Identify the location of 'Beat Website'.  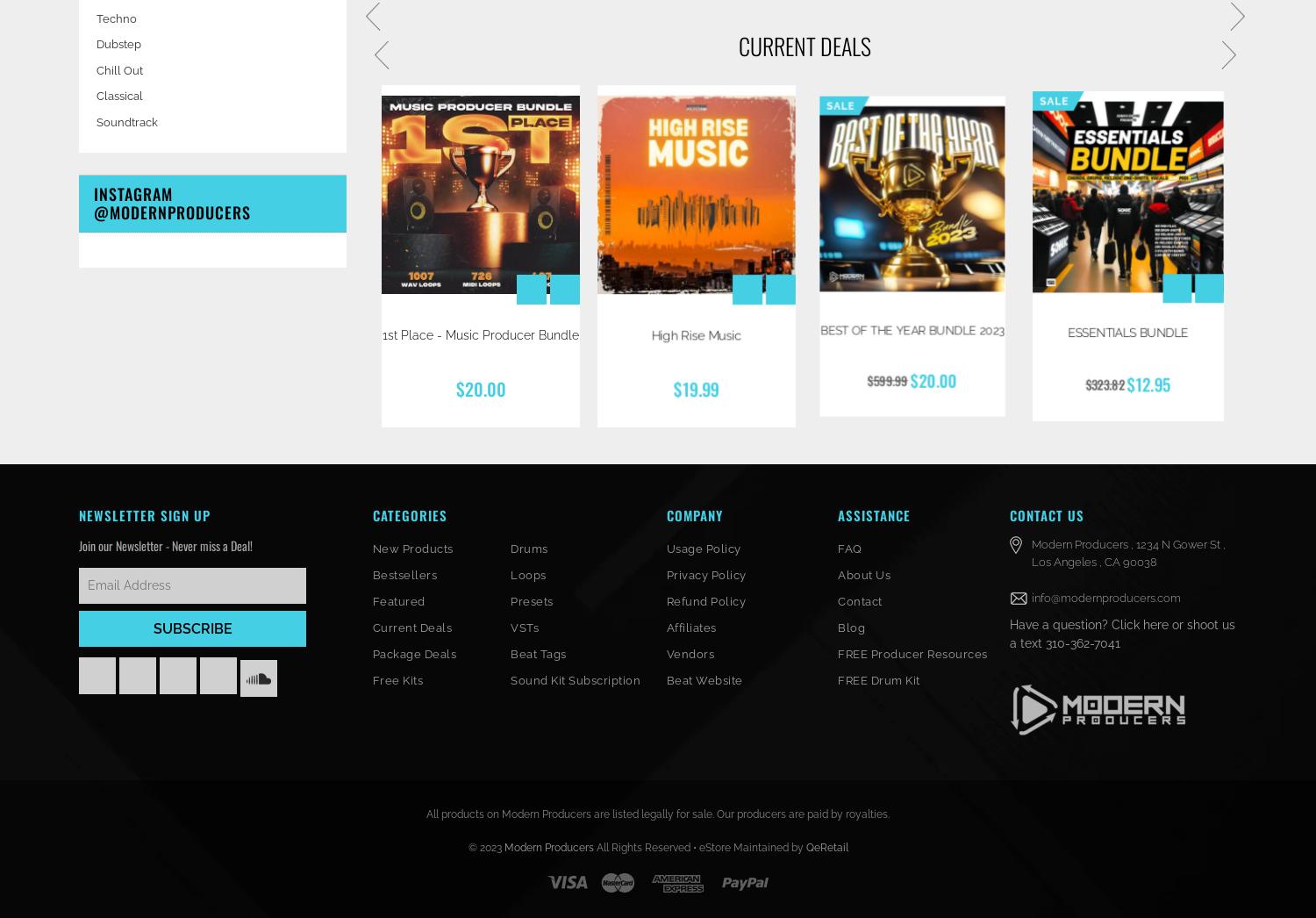
(704, 678).